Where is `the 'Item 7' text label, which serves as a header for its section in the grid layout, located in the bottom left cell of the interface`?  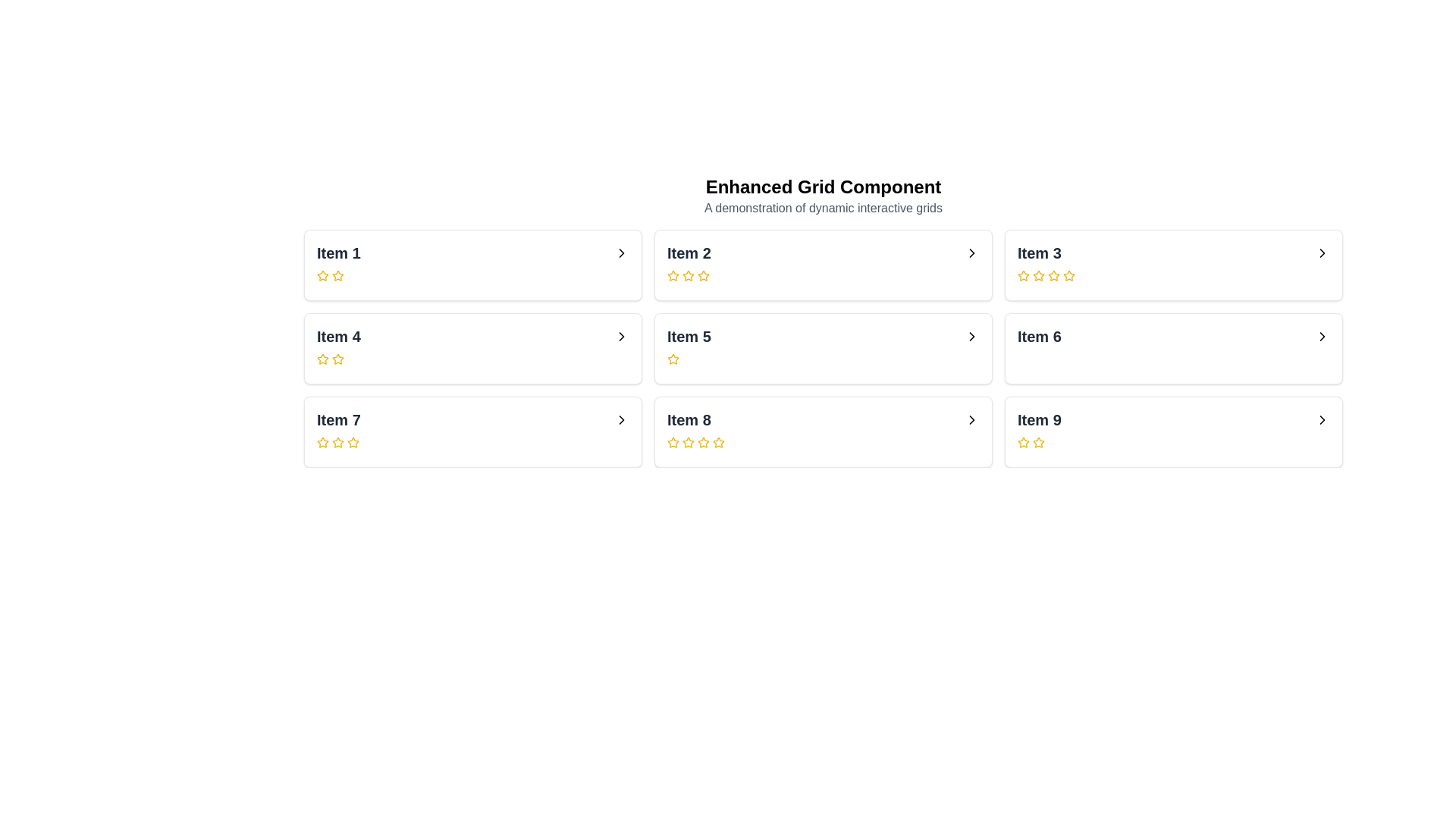 the 'Item 7' text label, which serves as a header for its section in the grid layout, located in the bottom left cell of the interface is located at coordinates (337, 420).